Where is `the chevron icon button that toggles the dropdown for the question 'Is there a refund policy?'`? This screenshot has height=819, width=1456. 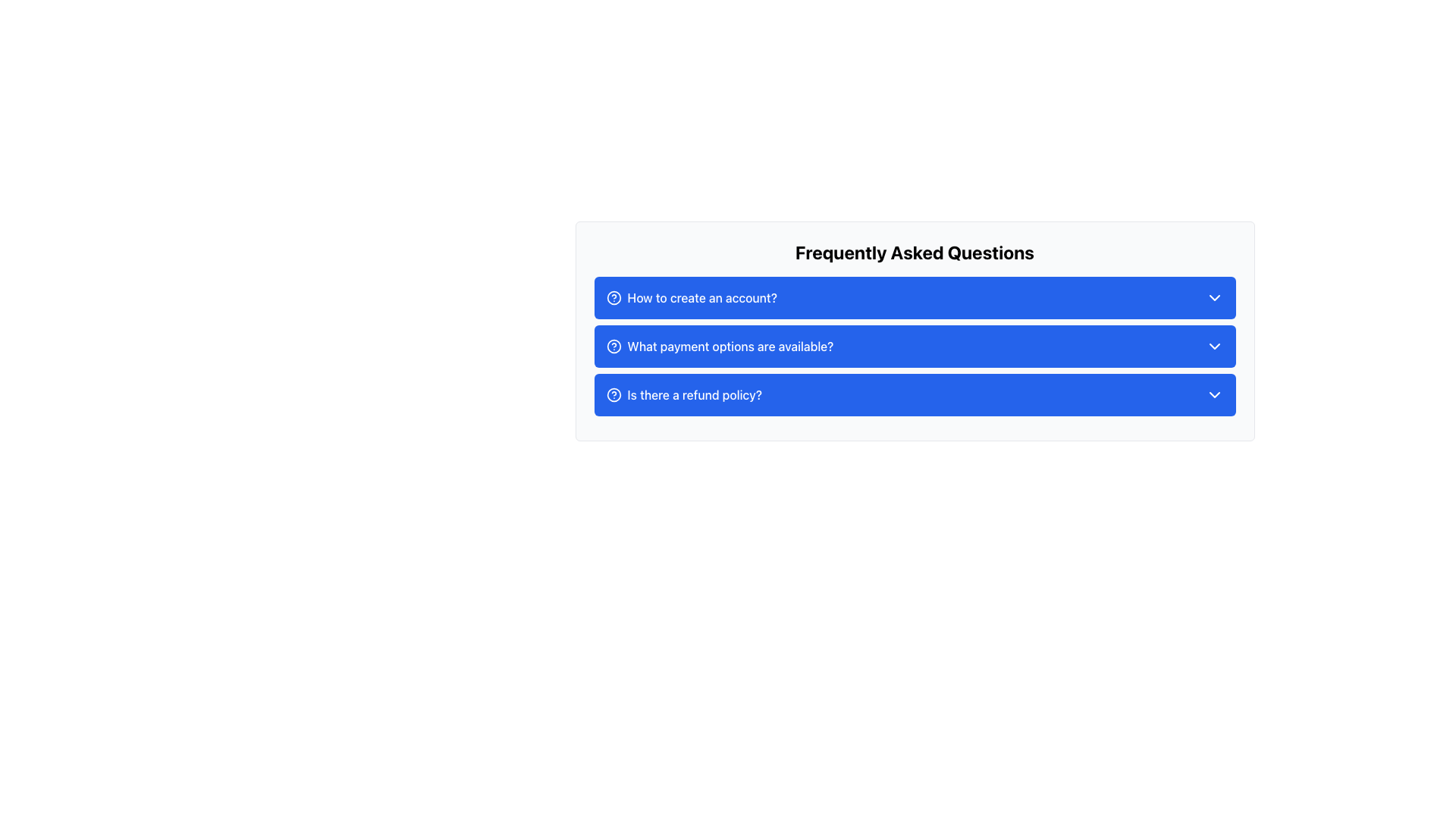
the chevron icon button that toggles the dropdown for the question 'Is there a refund policy?' is located at coordinates (1214, 394).